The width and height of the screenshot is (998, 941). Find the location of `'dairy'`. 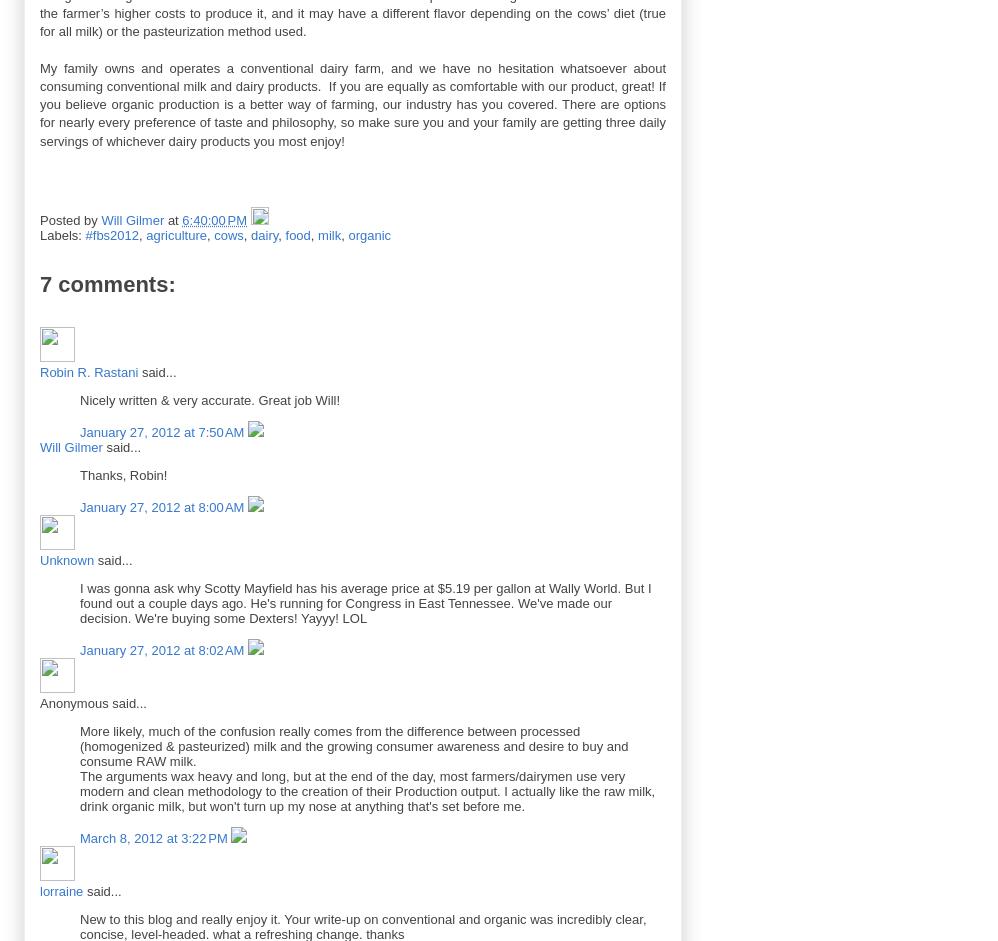

'dairy' is located at coordinates (250, 233).